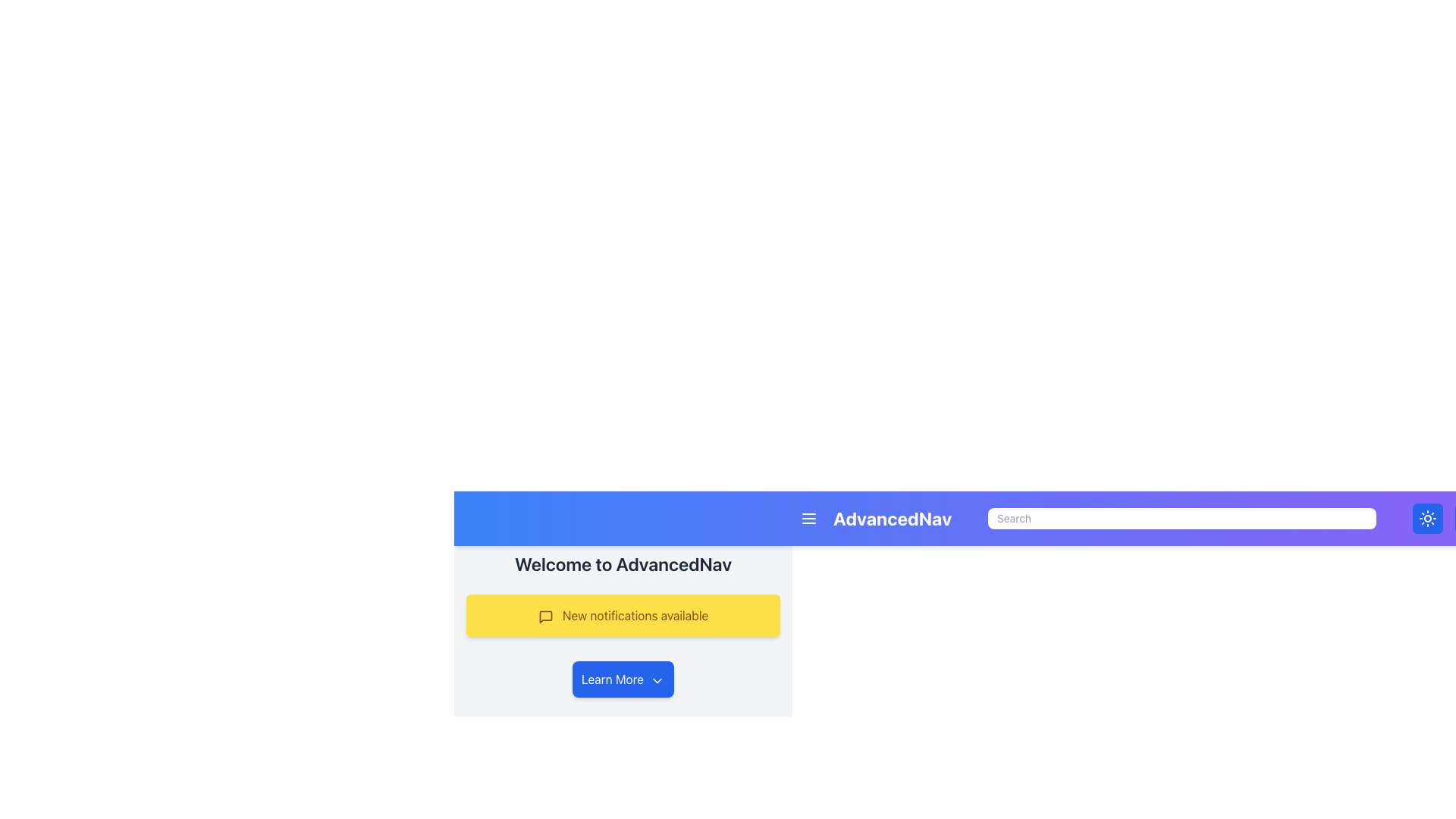 This screenshot has height=819, width=1456. I want to click on the sun icon featuring a circular center with radiating lines, styled with a white stroke on a blue background, located on the far right end of the navigation bar, so click(1426, 517).